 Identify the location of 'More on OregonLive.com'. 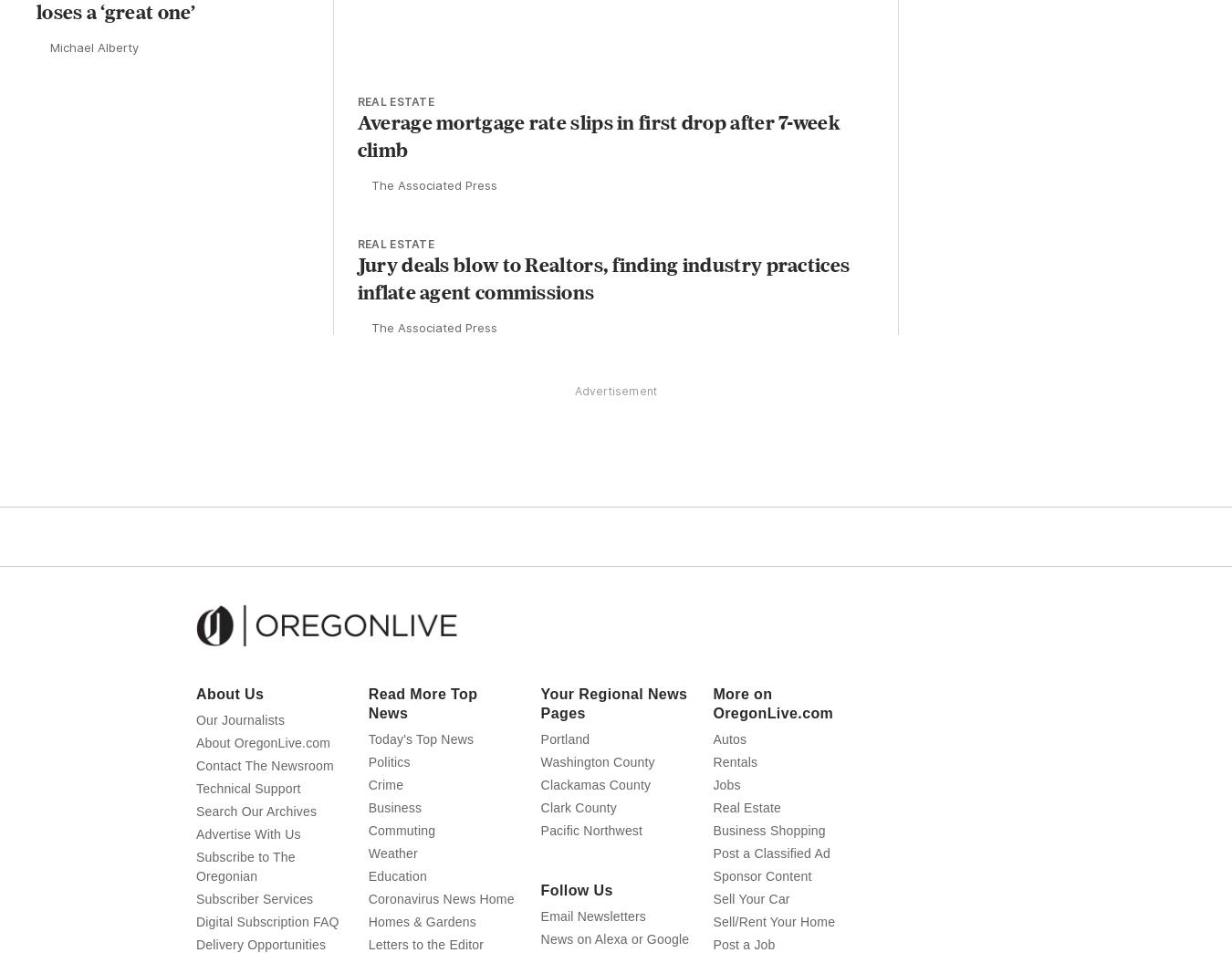
(711, 738).